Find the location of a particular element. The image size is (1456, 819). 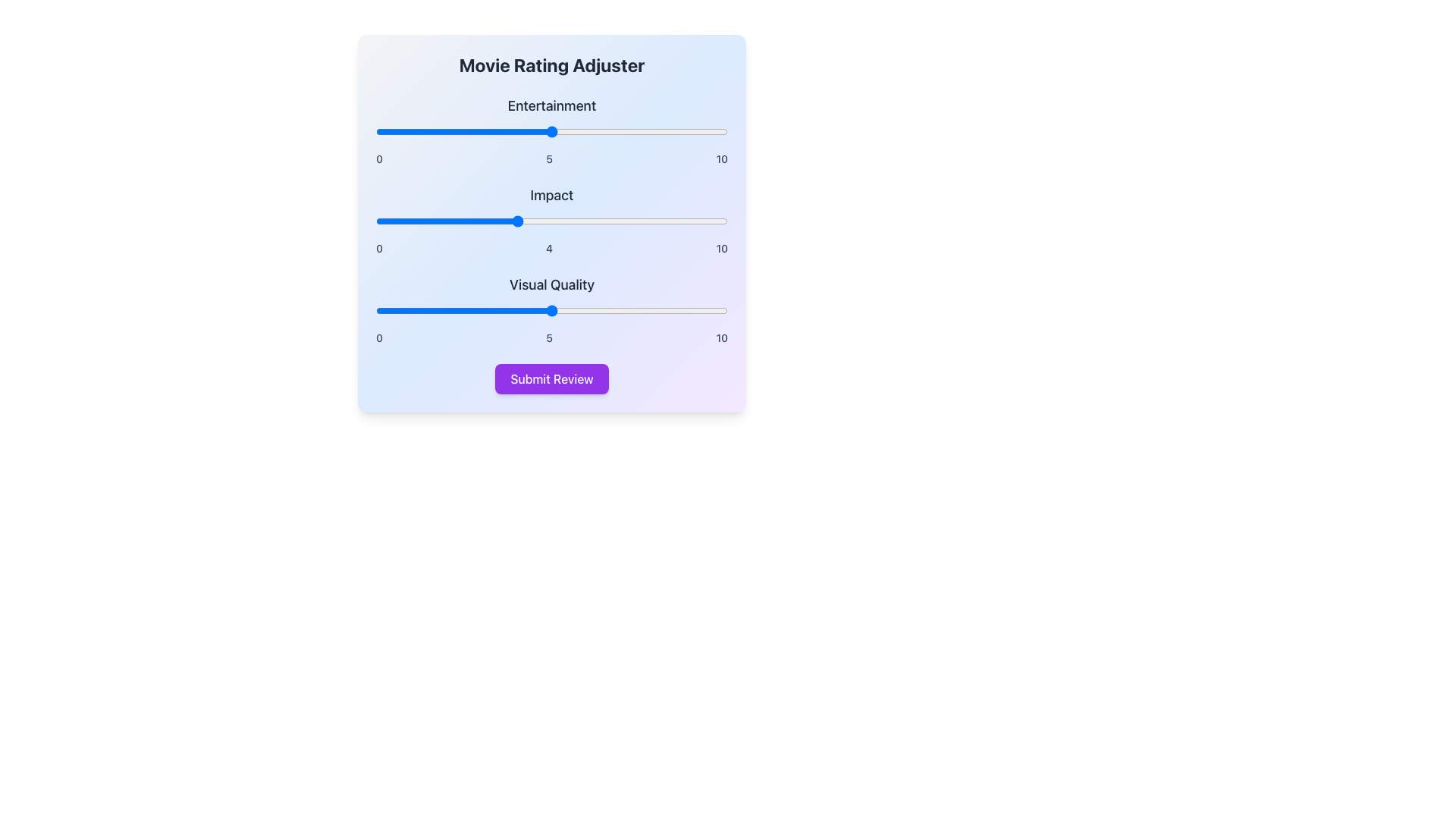

the rectangular button with a purple background and white bold text that reads 'Submit Review' to observe its interactivity is located at coordinates (551, 378).